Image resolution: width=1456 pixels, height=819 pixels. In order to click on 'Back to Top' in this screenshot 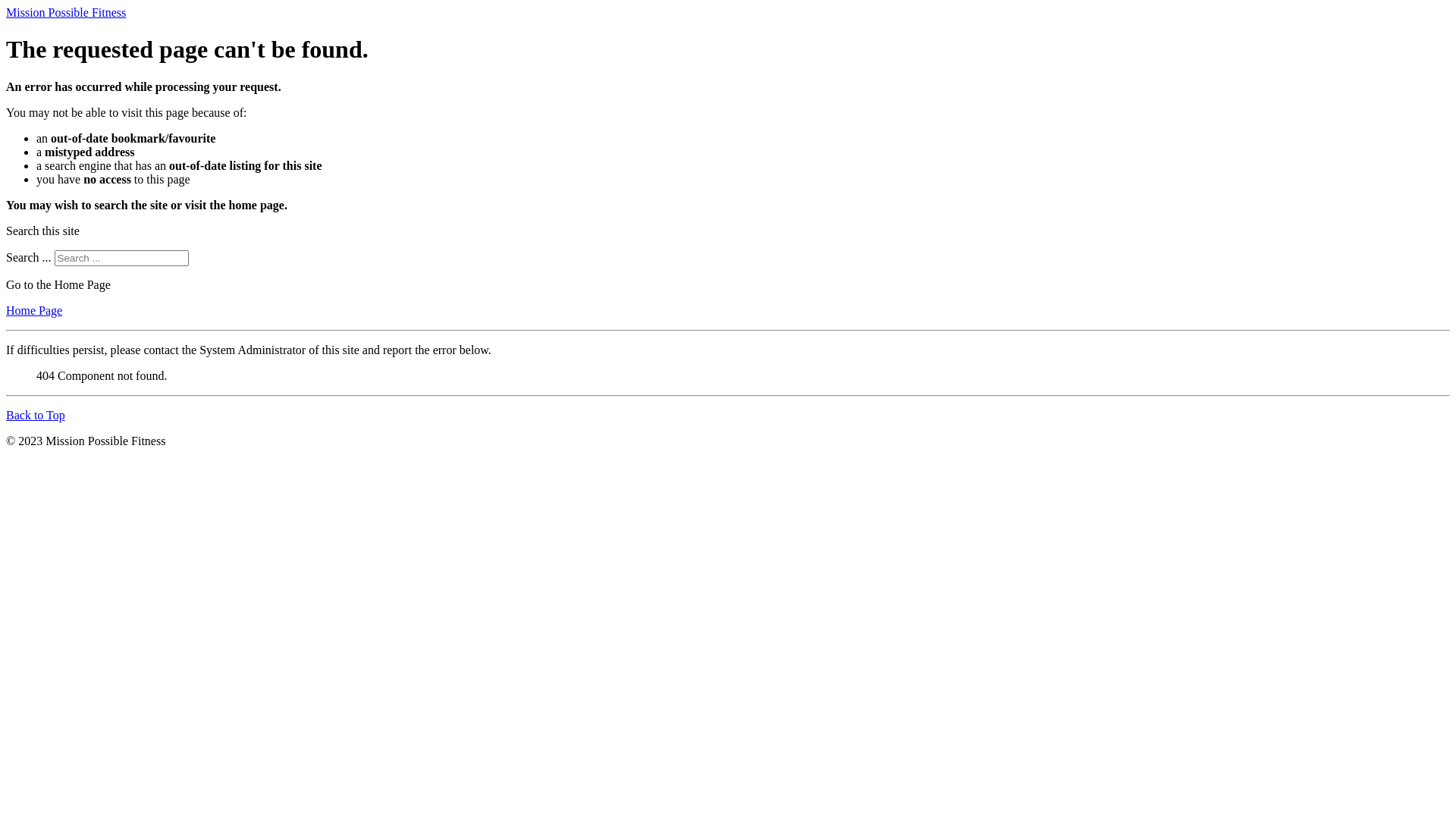, I will do `click(36, 415)`.